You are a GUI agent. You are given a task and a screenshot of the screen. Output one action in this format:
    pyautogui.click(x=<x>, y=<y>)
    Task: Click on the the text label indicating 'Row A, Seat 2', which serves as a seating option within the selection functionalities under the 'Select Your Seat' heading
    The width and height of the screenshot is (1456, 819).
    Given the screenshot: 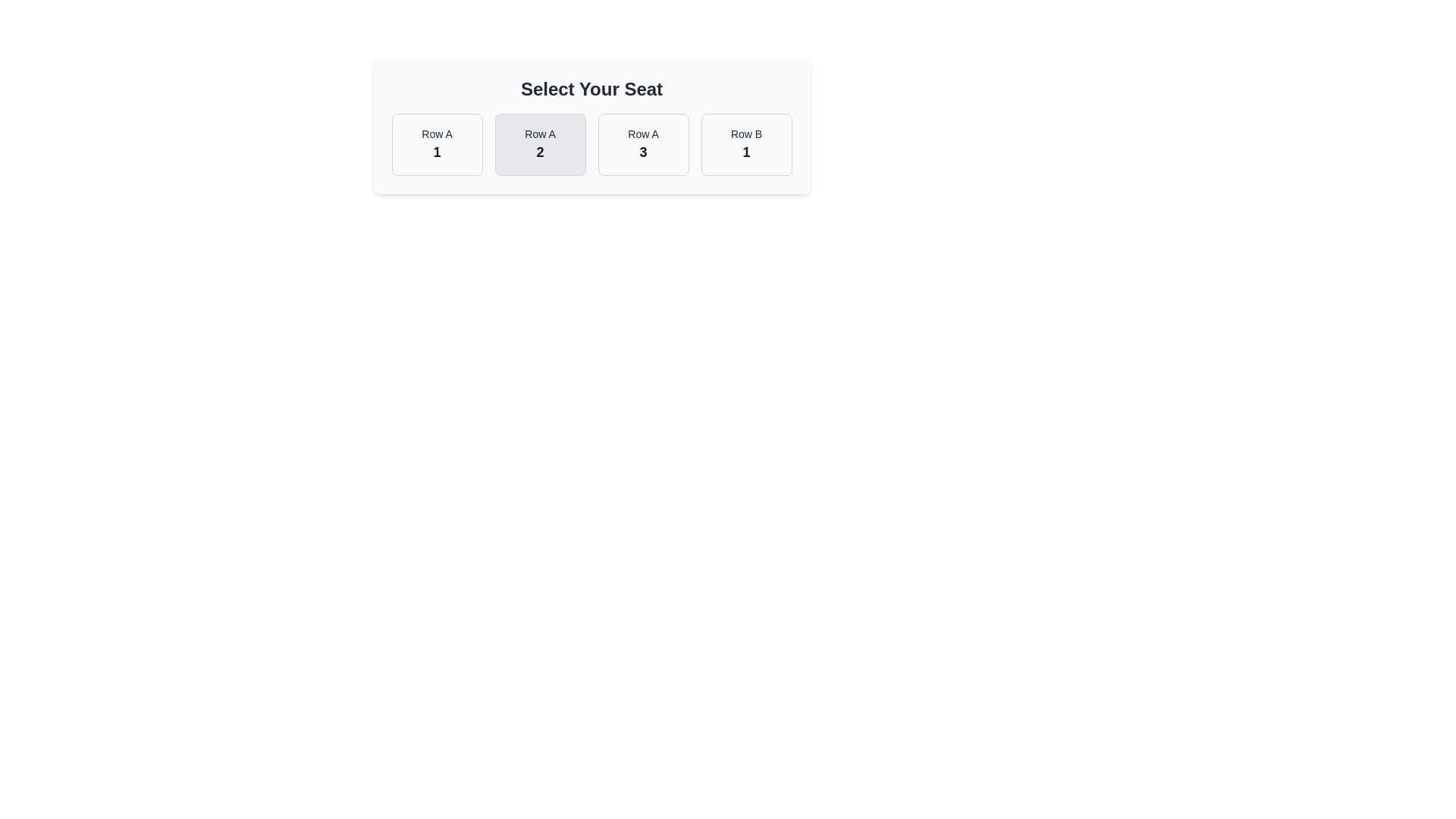 What is the action you would take?
    pyautogui.click(x=540, y=152)
    